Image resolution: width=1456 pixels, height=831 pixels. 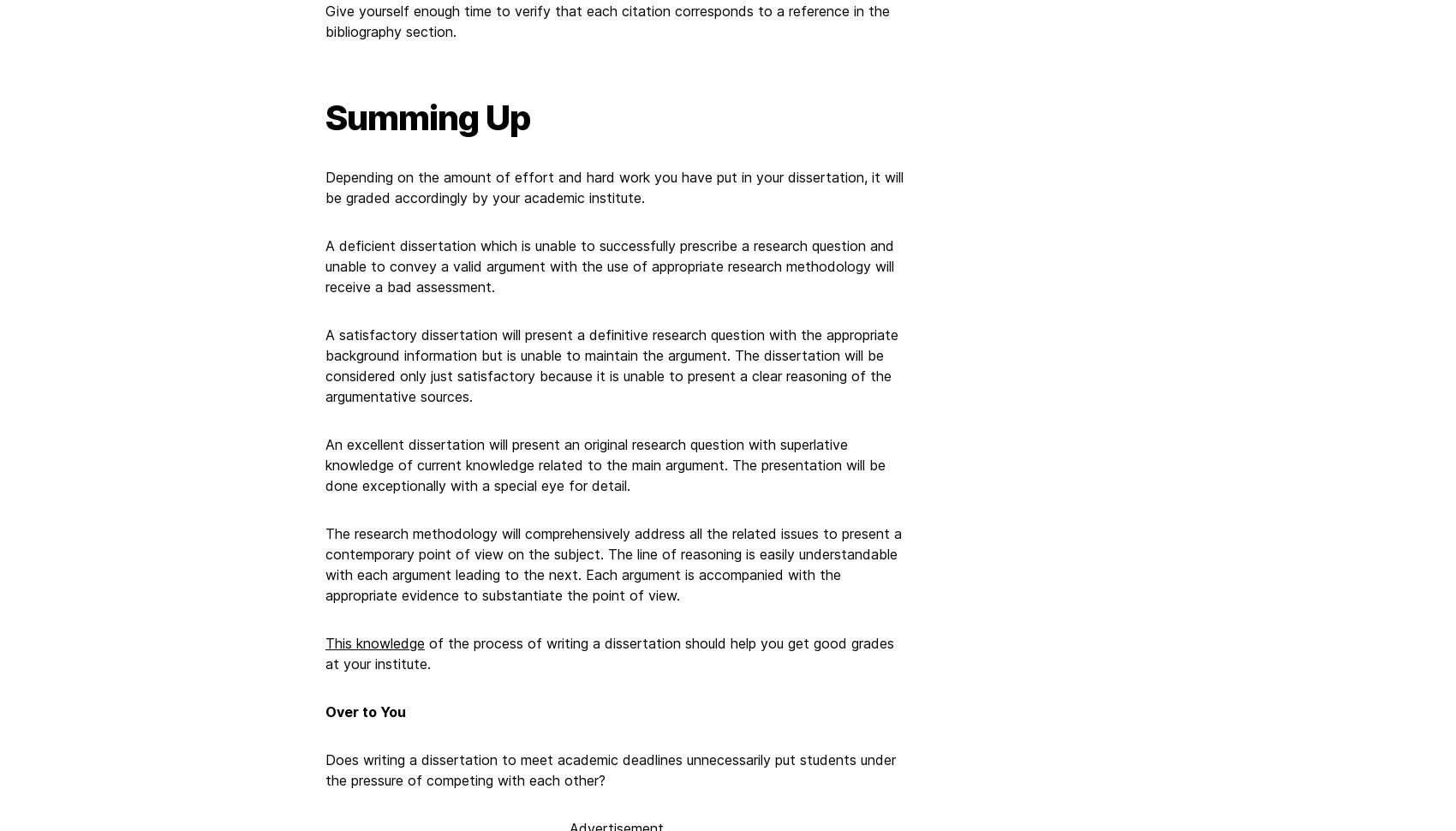 What do you see at coordinates (427, 117) in the screenshot?
I see `'Summing Up'` at bounding box center [427, 117].